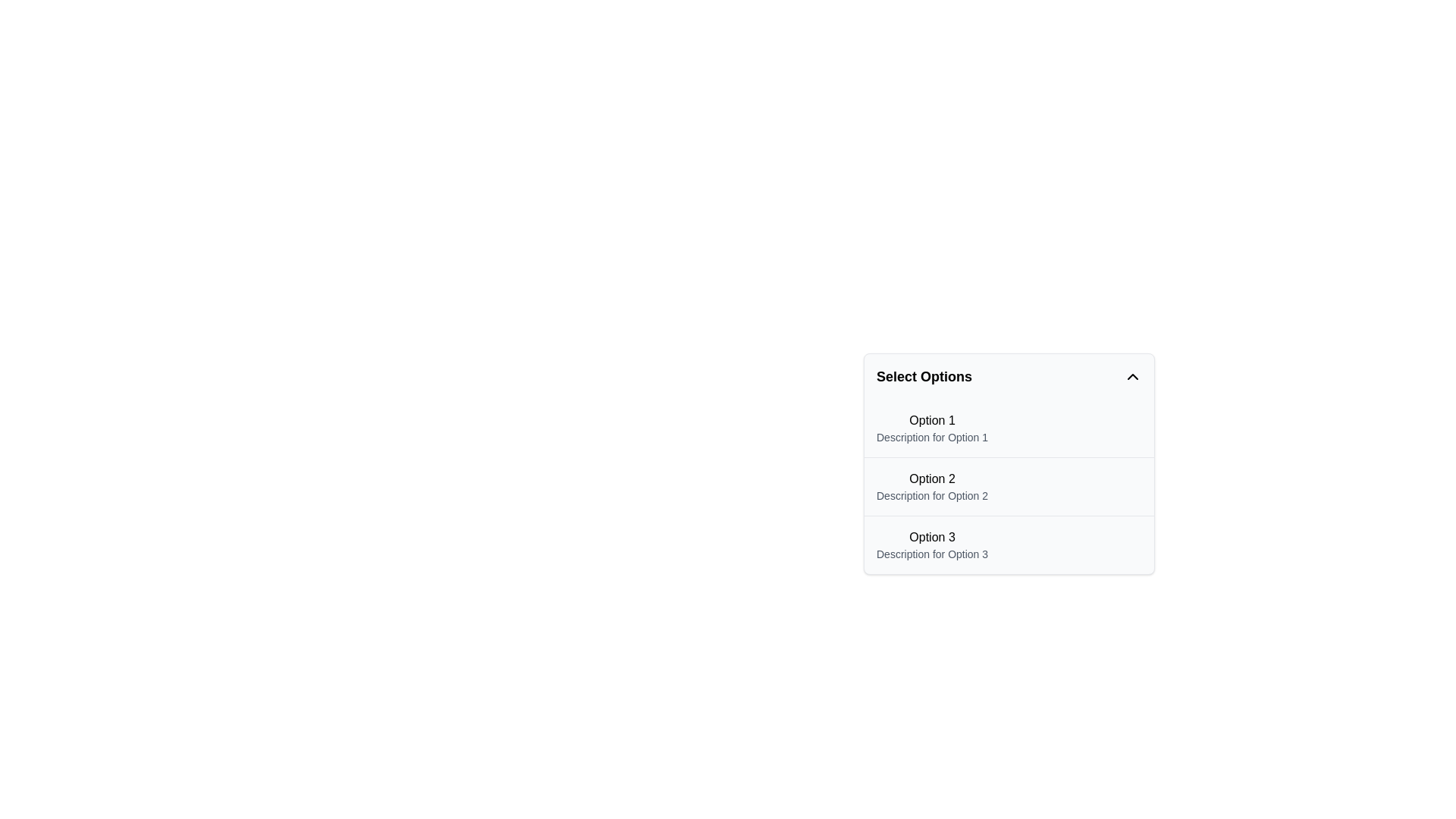  I want to click on the text label displaying 'Option 2' in the three-option list interface, positioned above its description, so click(931, 479).